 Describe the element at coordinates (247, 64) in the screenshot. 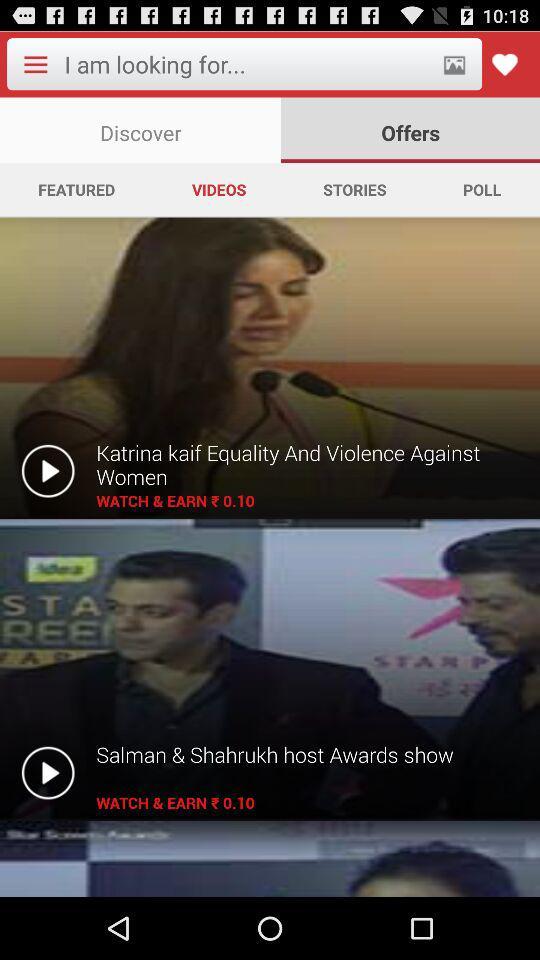

I see `icon above the discover app` at that location.